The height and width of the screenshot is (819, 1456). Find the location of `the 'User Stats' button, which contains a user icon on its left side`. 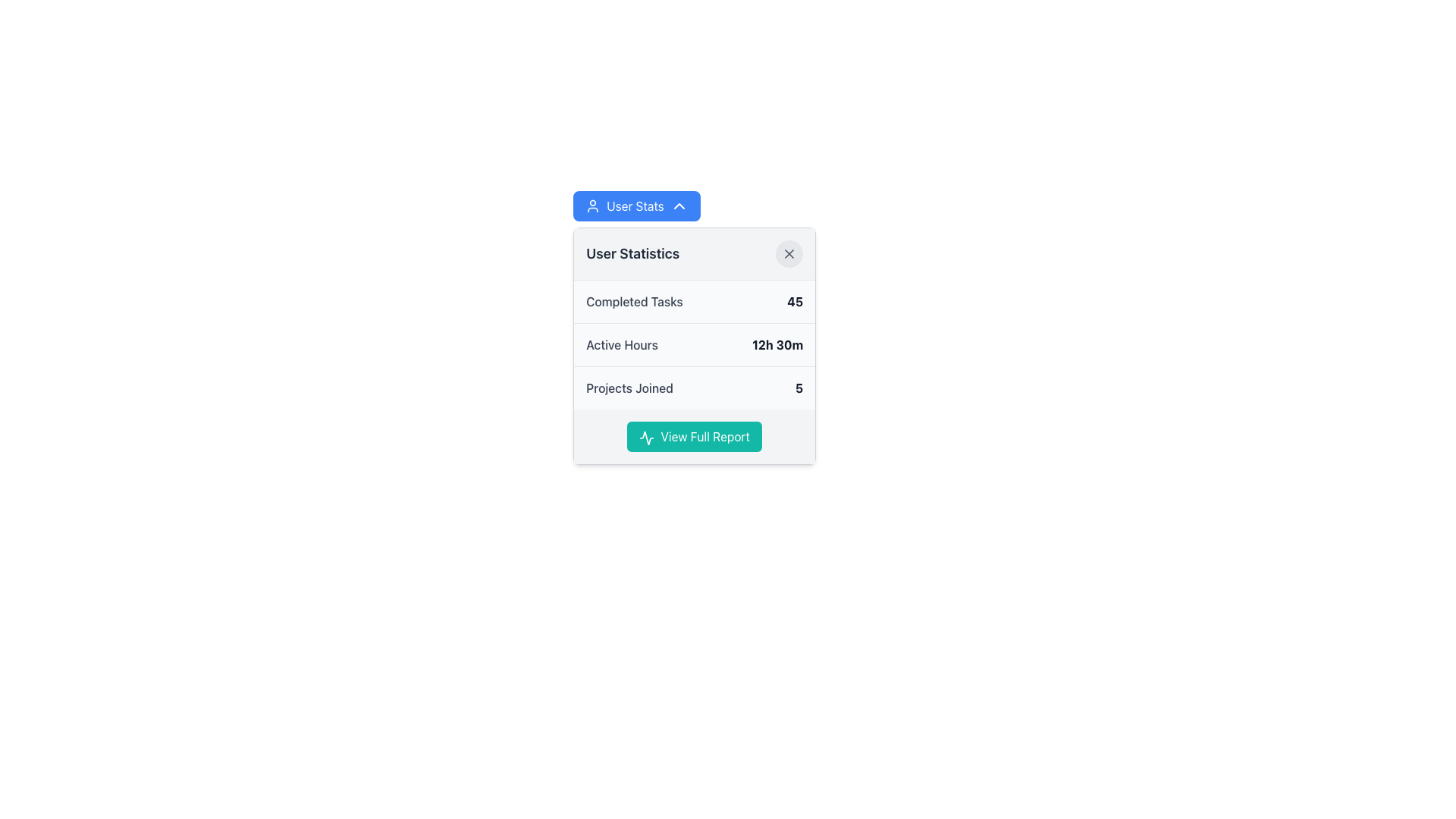

the 'User Stats' button, which contains a user icon on its left side is located at coordinates (592, 206).